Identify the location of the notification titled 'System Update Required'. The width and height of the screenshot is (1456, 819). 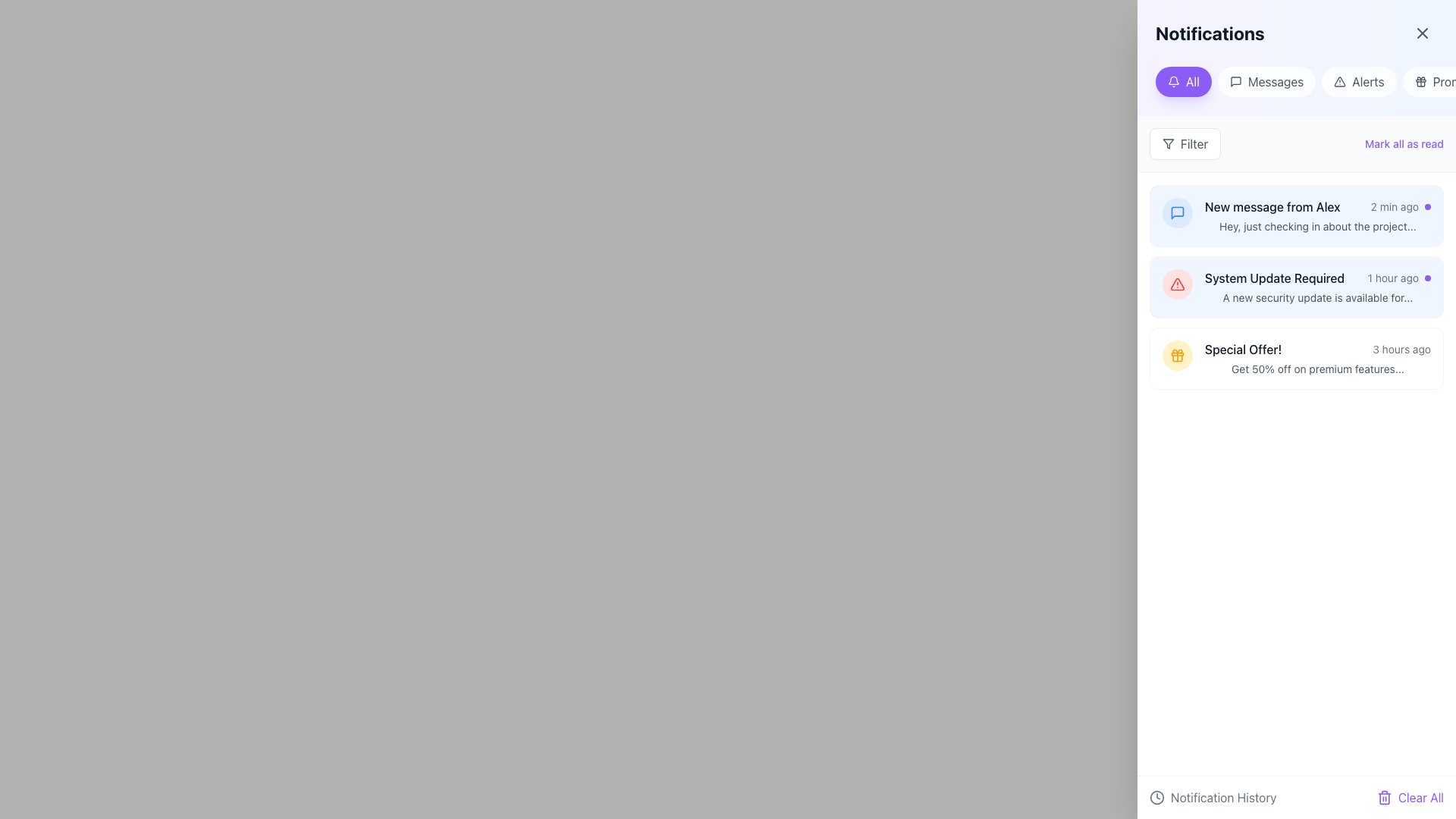
(1316, 278).